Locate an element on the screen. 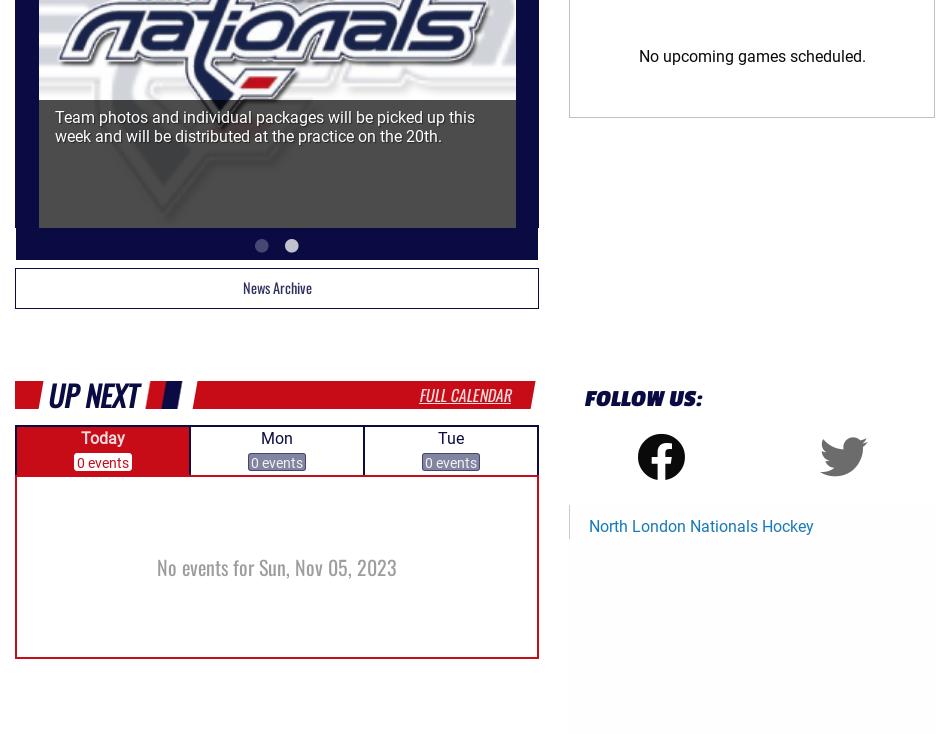 The width and height of the screenshot is (950, 734). 'Team photos and individual packages will be picked up this week and will be distributed at the practice on the 20th.' is located at coordinates (55, 125).